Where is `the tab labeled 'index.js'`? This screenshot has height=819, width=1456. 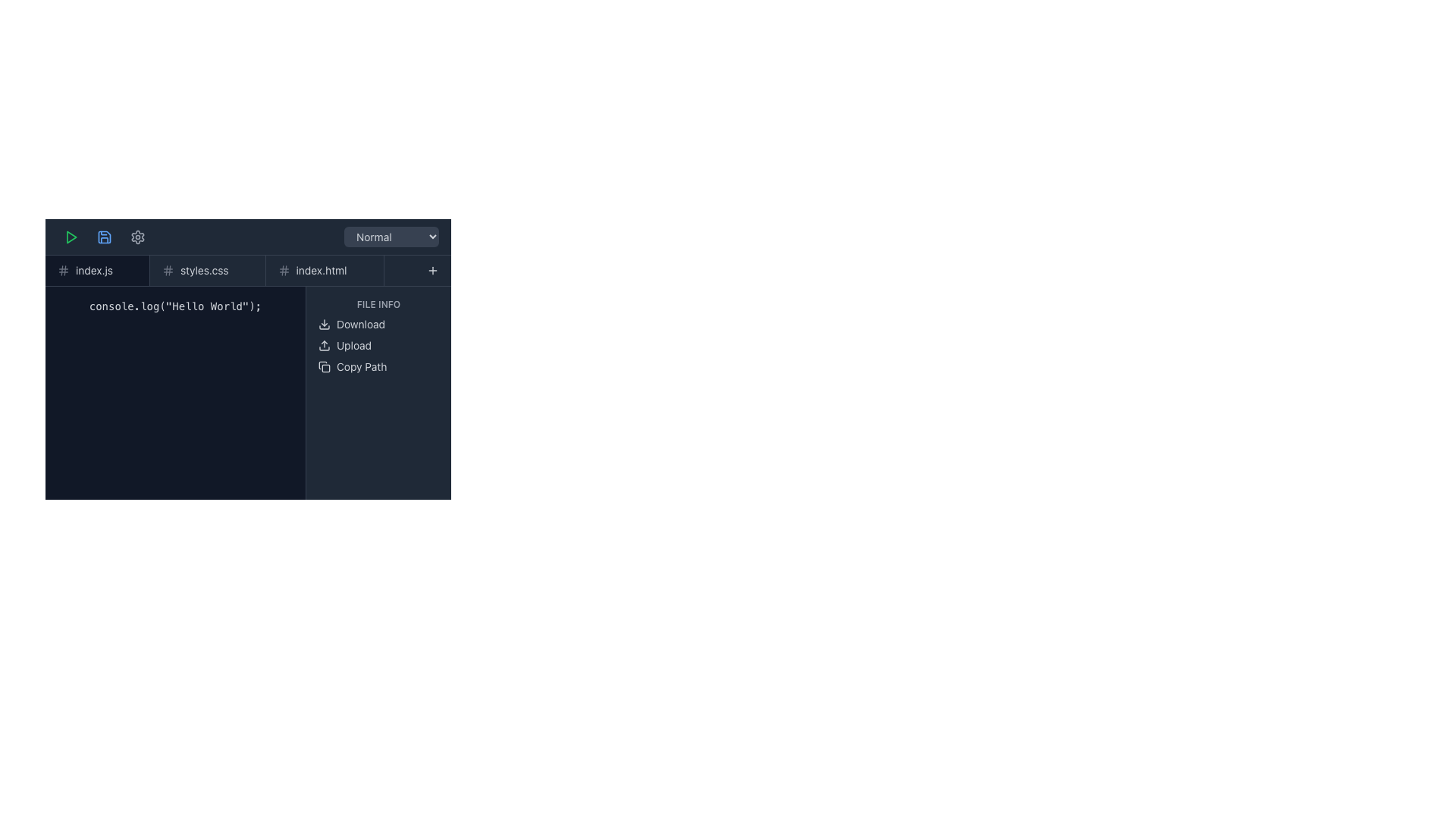 the tab labeled 'index.js' is located at coordinates (93, 270).